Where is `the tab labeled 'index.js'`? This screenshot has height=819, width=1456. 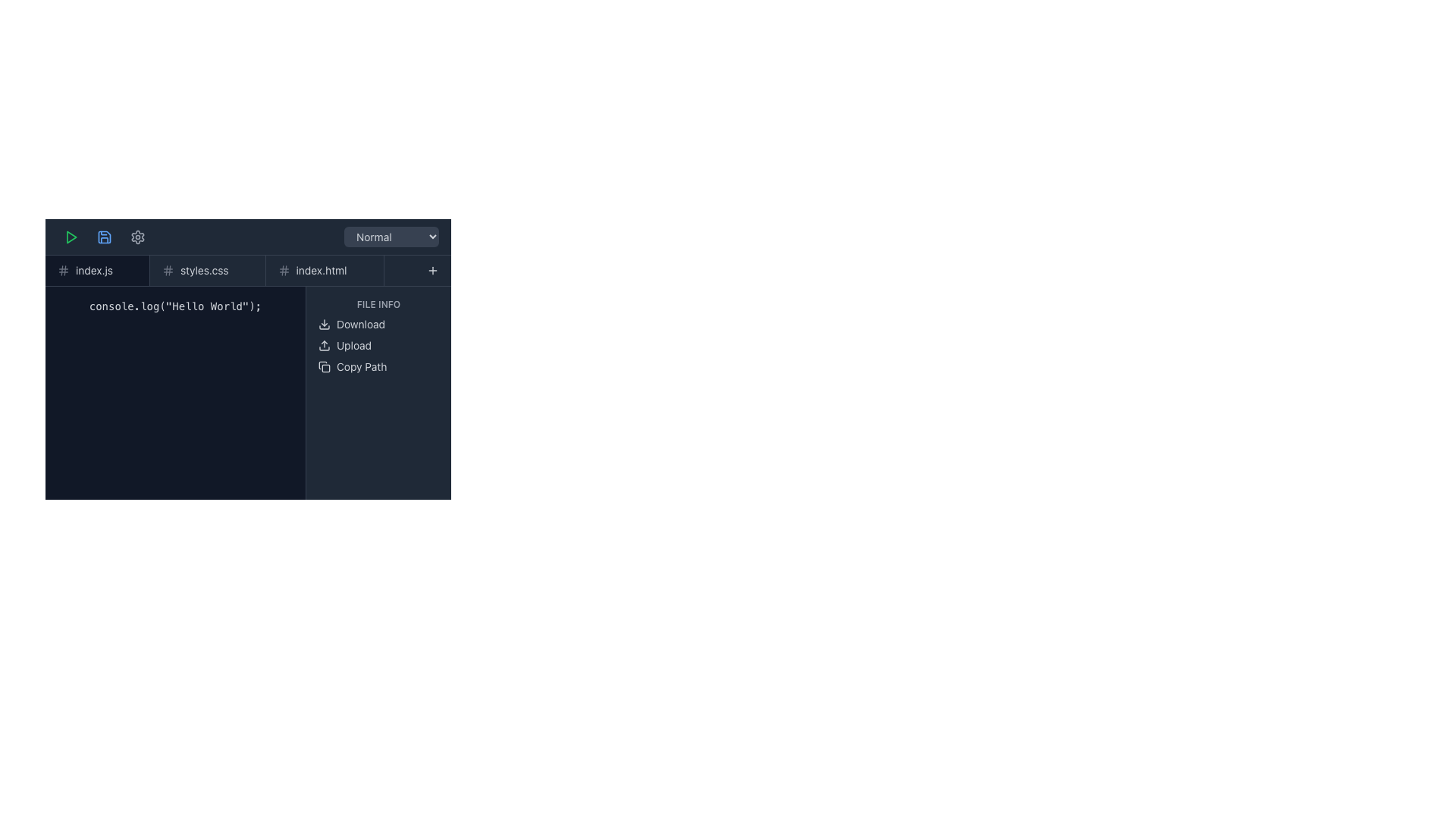 the tab labeled 'index.js' is located at coordinates (93, 270).